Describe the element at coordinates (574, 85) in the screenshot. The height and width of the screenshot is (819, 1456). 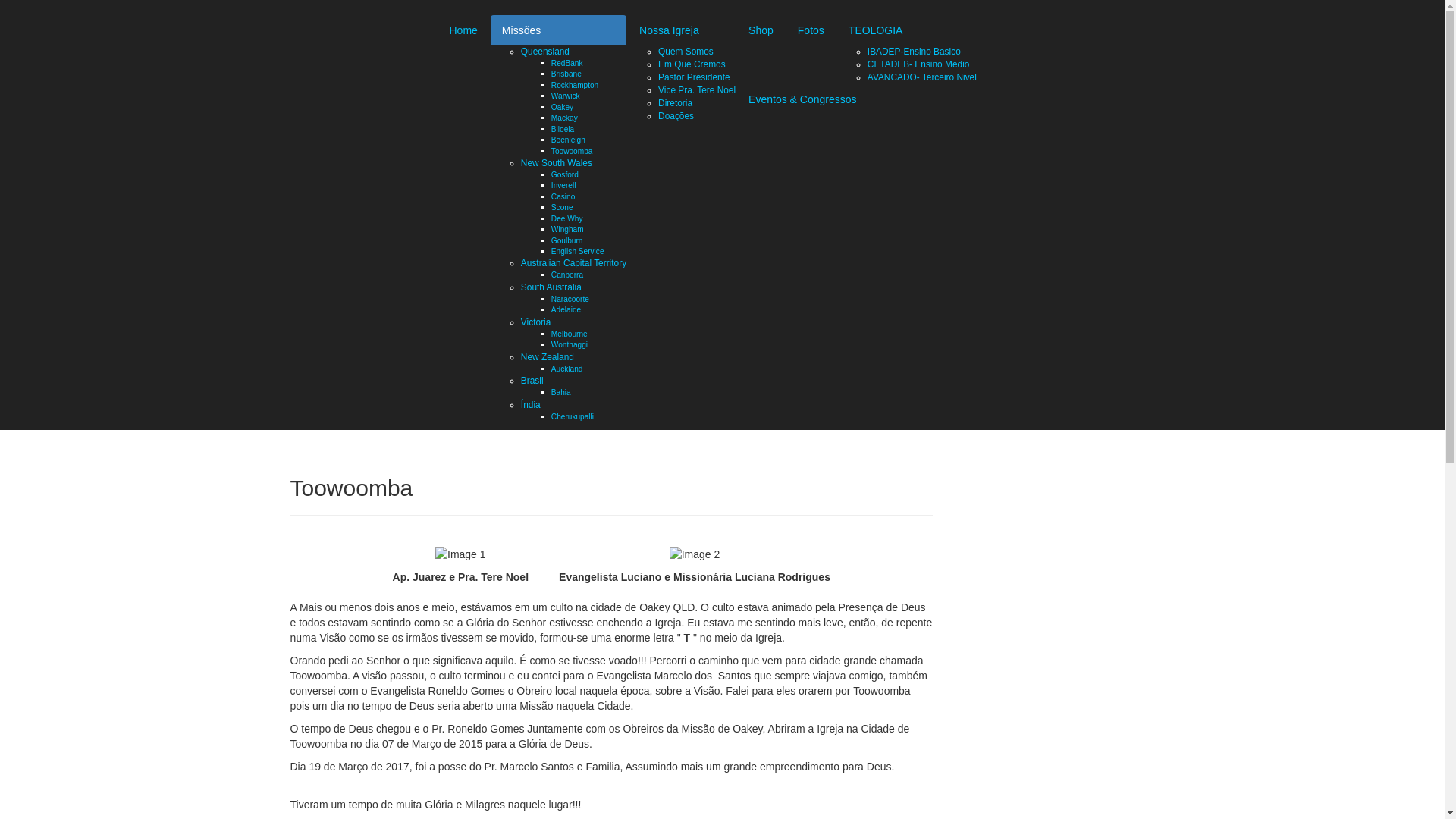
I see `'Rockhampton'` at that location.